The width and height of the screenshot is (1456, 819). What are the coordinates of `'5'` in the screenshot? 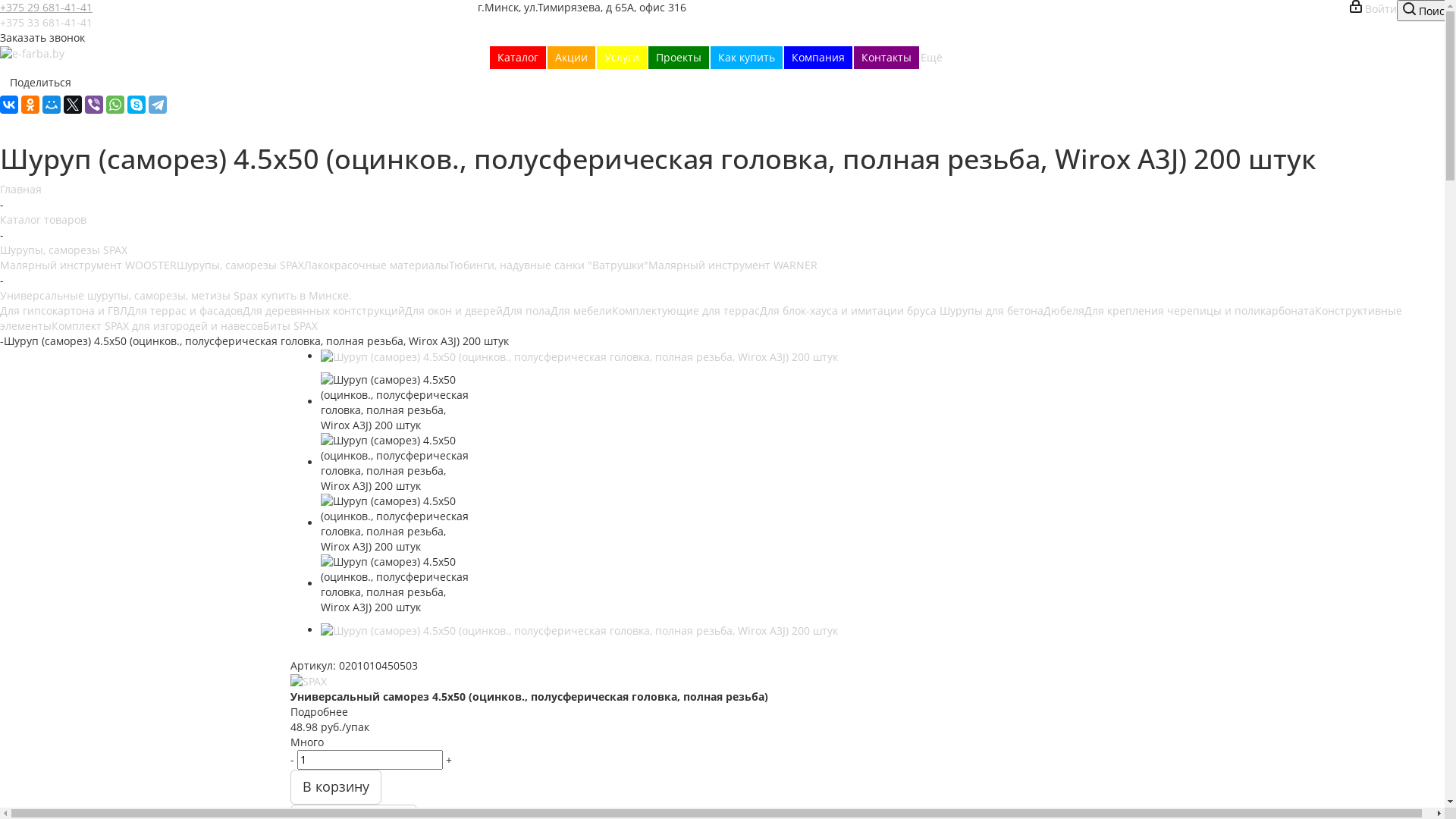 It's located at (353, 651).